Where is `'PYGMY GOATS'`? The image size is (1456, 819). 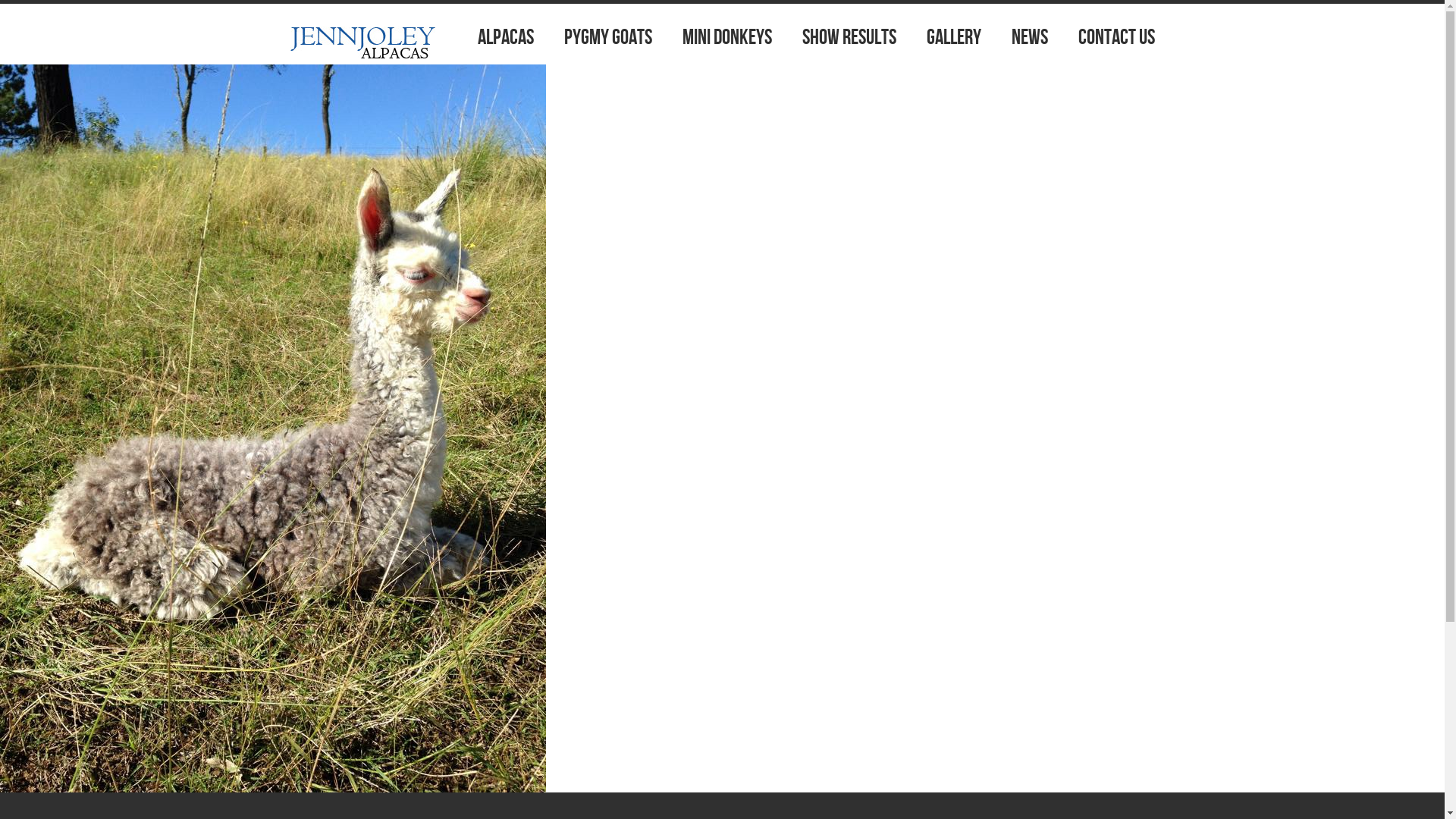
'PYGMY GOATS' is located at coordinates (607, 37).